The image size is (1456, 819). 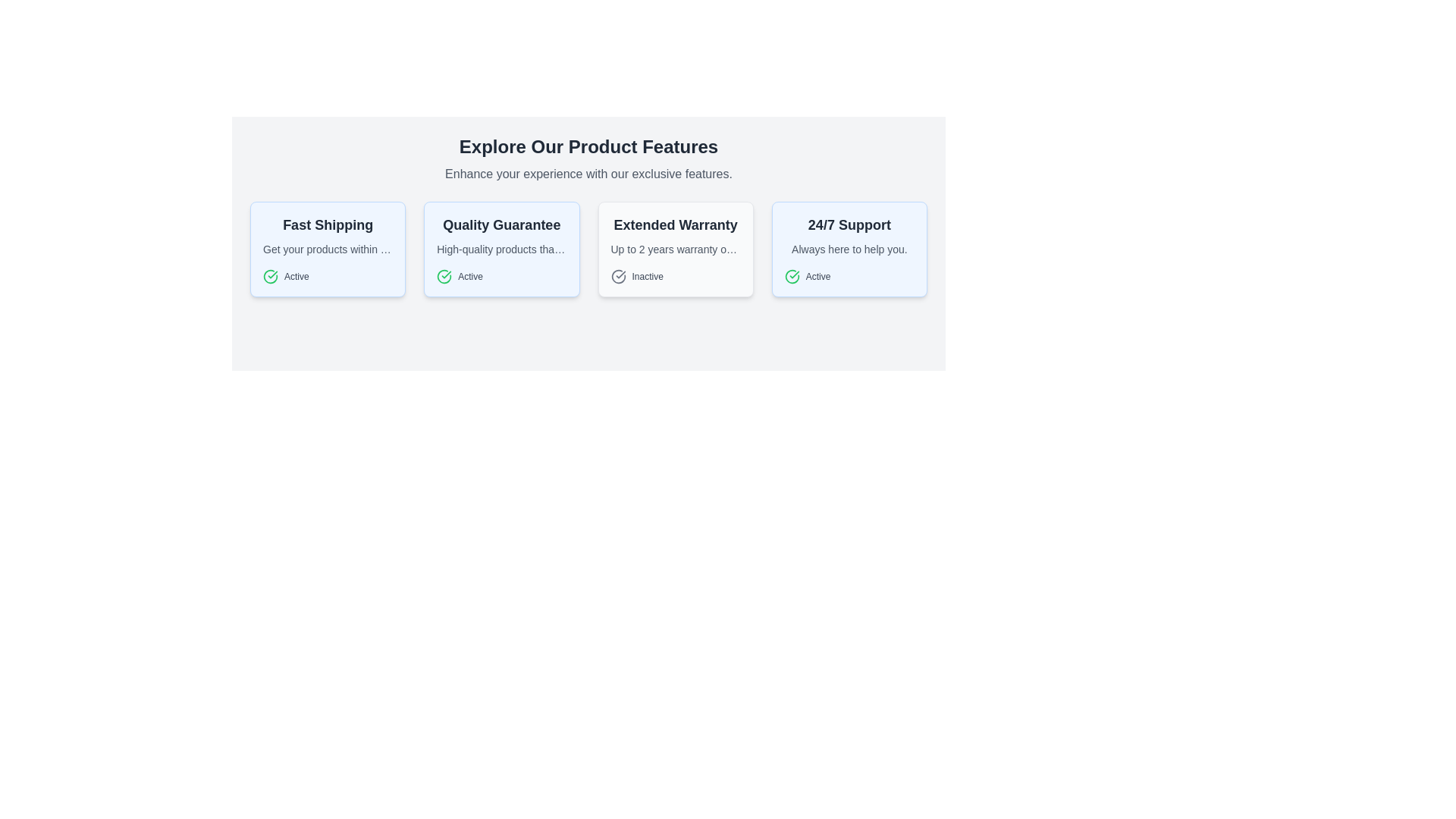 What do you see at coordinates (327, 248) in the screenshot?
I see `the 'Fast Shipping' informational card located at the top-left corner of the grid layout, which features a light blue background, a bold title, and an active green checkmark icon` at bounding box center [327, 248].